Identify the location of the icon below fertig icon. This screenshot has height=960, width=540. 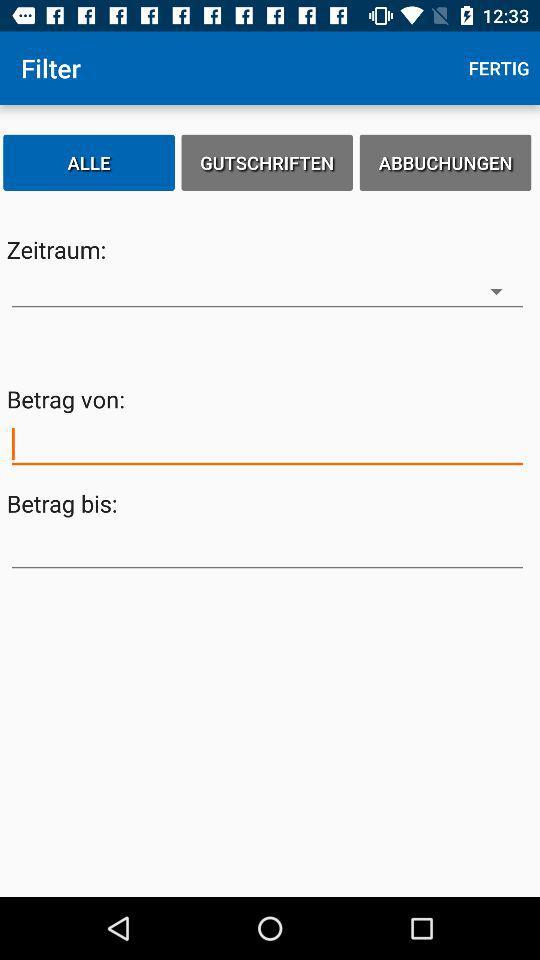
(445, 161).